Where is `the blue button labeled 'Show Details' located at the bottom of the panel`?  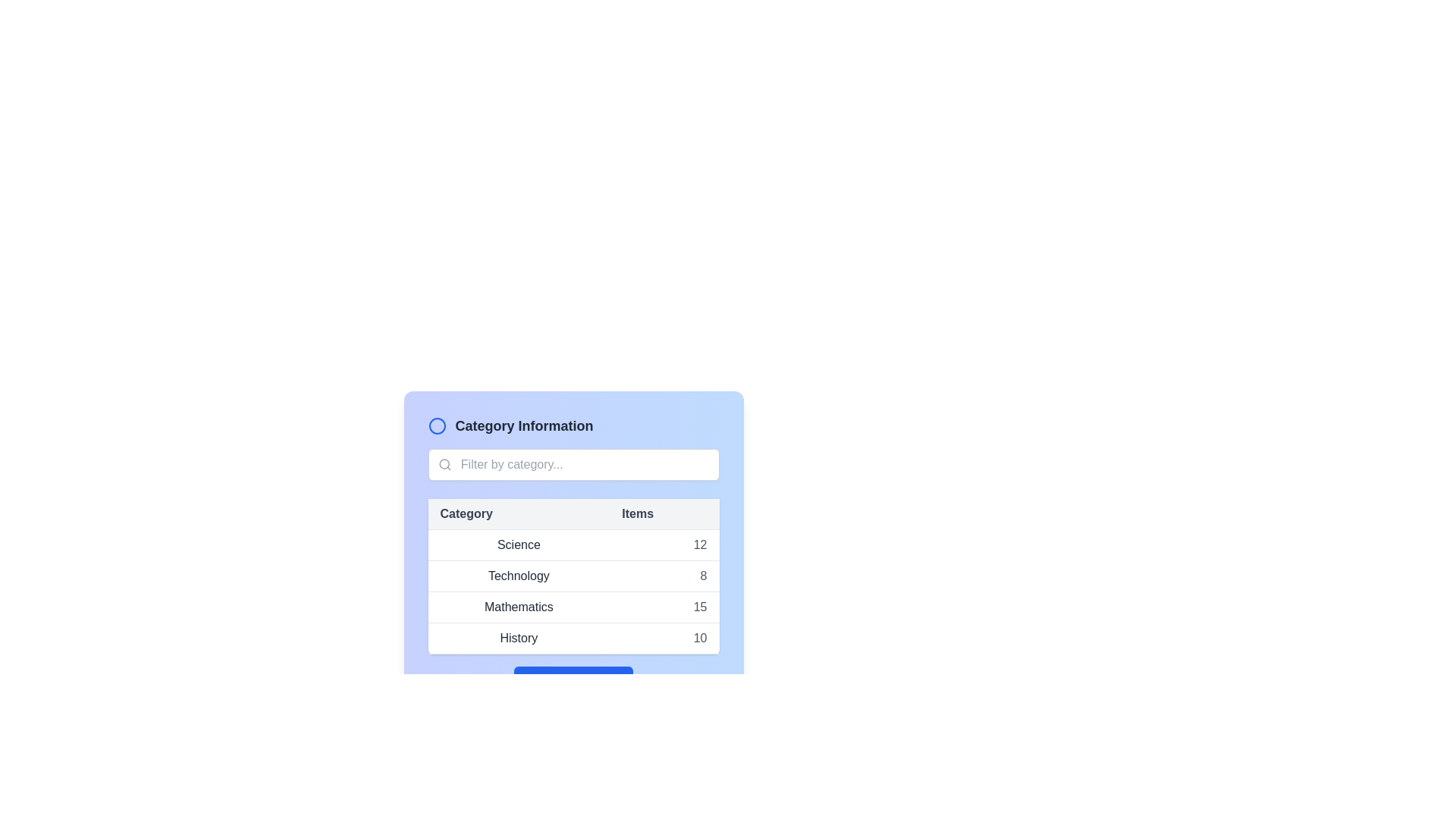
the blue button labeled 'Show Details' located at the bottom of the panel is located at coordinates (573, 679).